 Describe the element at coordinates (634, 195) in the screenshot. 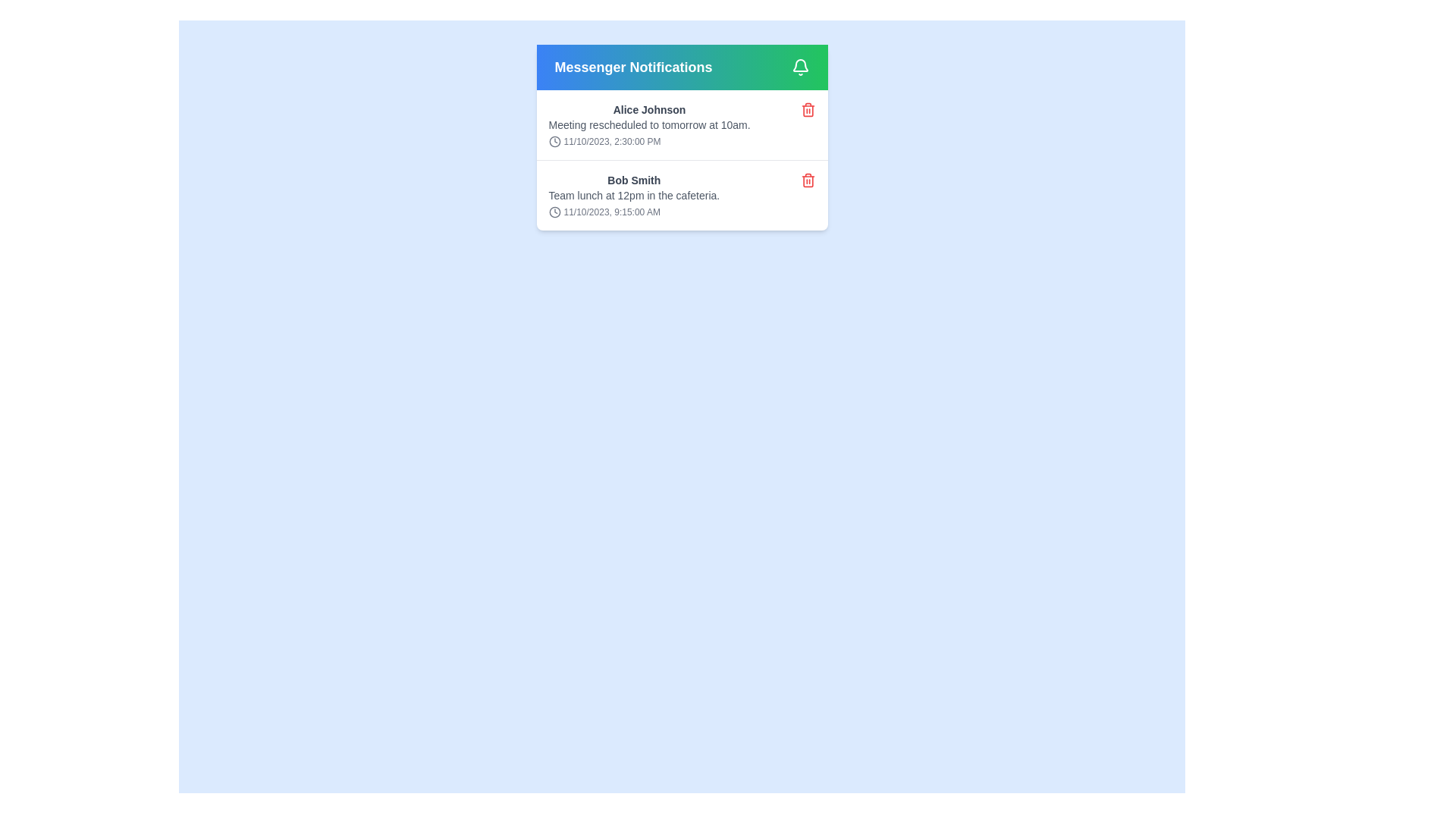

I see `the second notification card in the 'Messenger Notifications' list, which provides details about an event or activity along with the responsible person, description, and timestamp` at that location.